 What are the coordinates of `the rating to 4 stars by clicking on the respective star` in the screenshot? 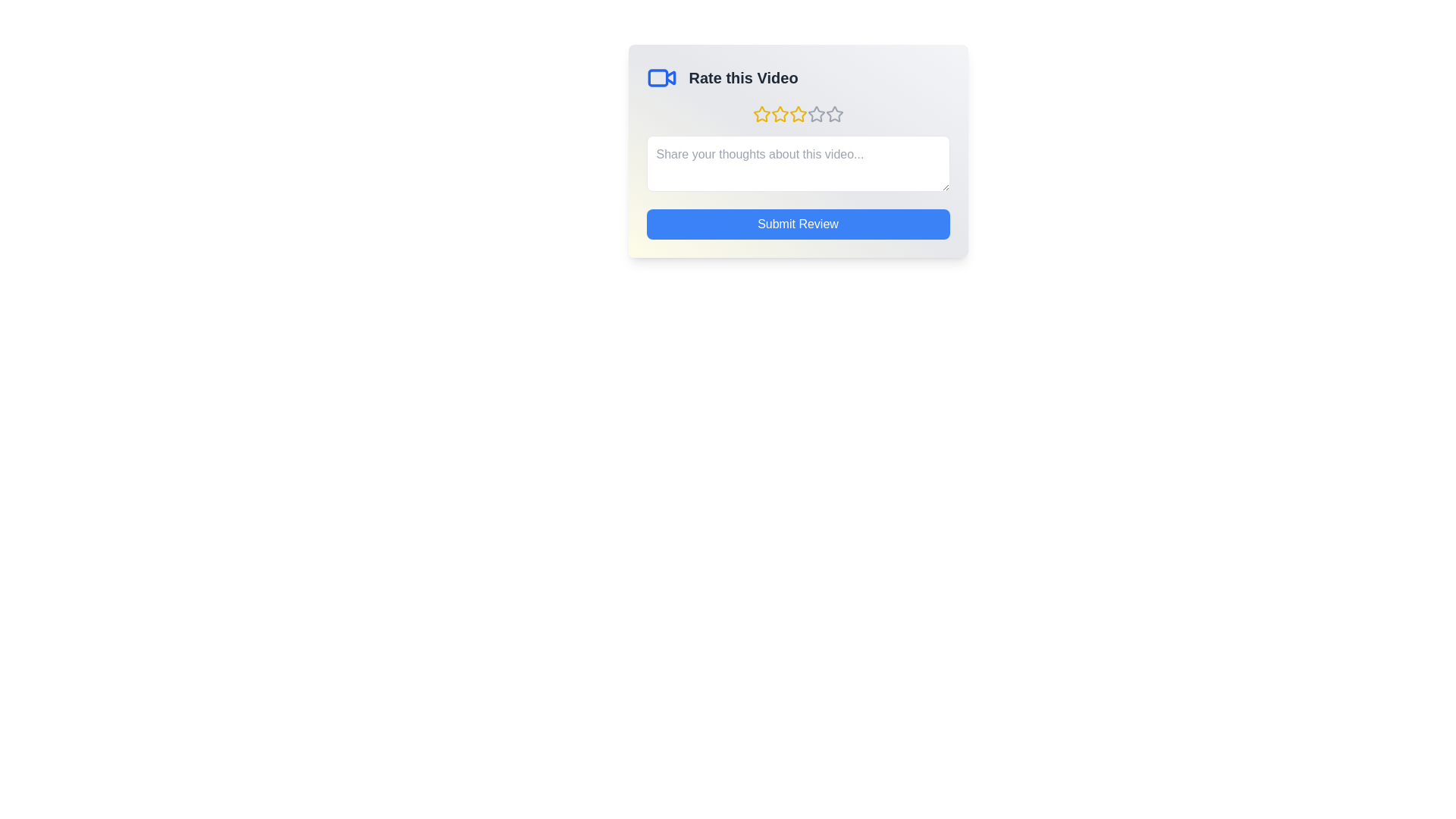 It's located at (815, 113).